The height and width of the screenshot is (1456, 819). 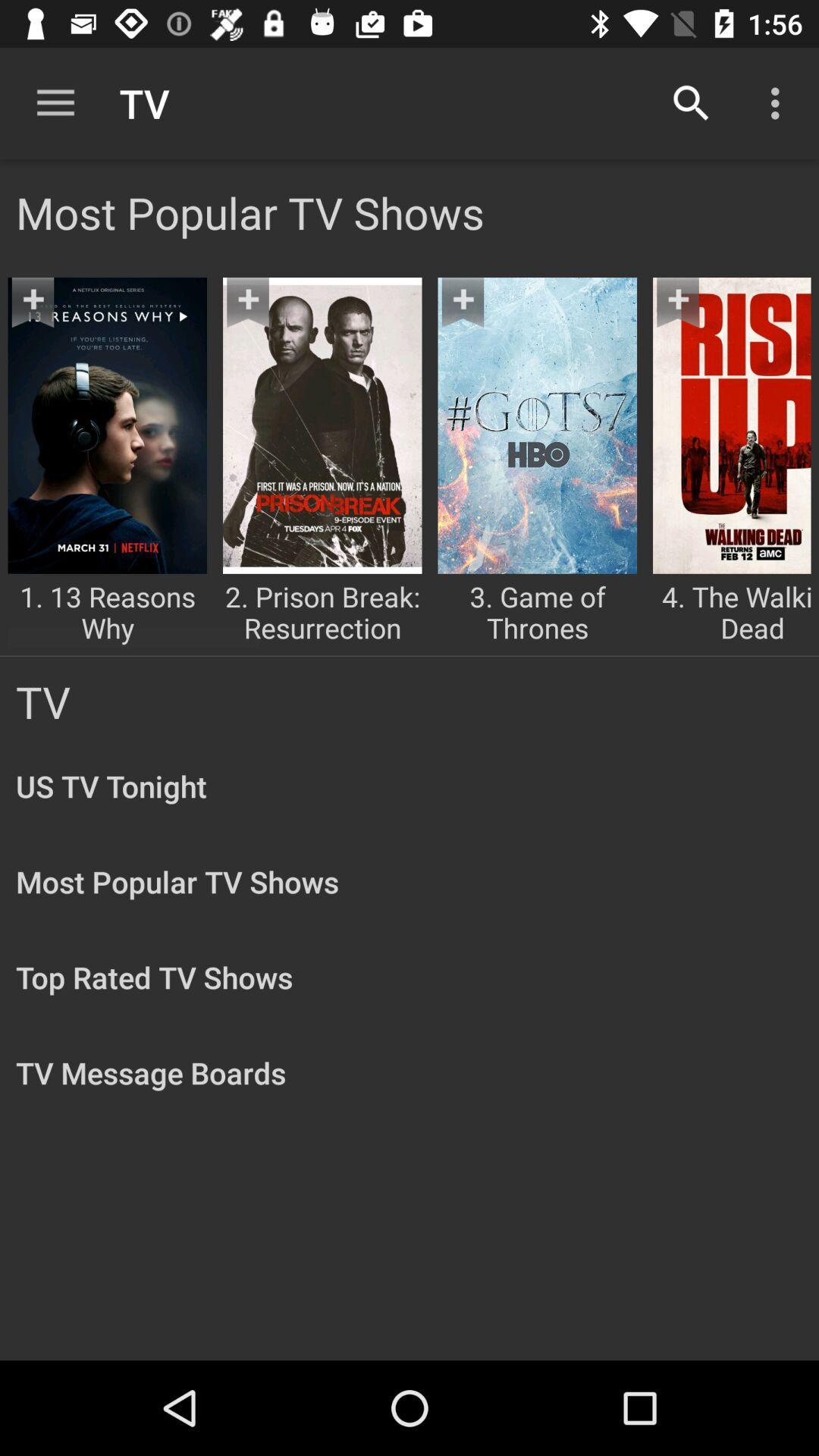 I want to click on the icon above the most popular tv item, so click(x=691, y=102).